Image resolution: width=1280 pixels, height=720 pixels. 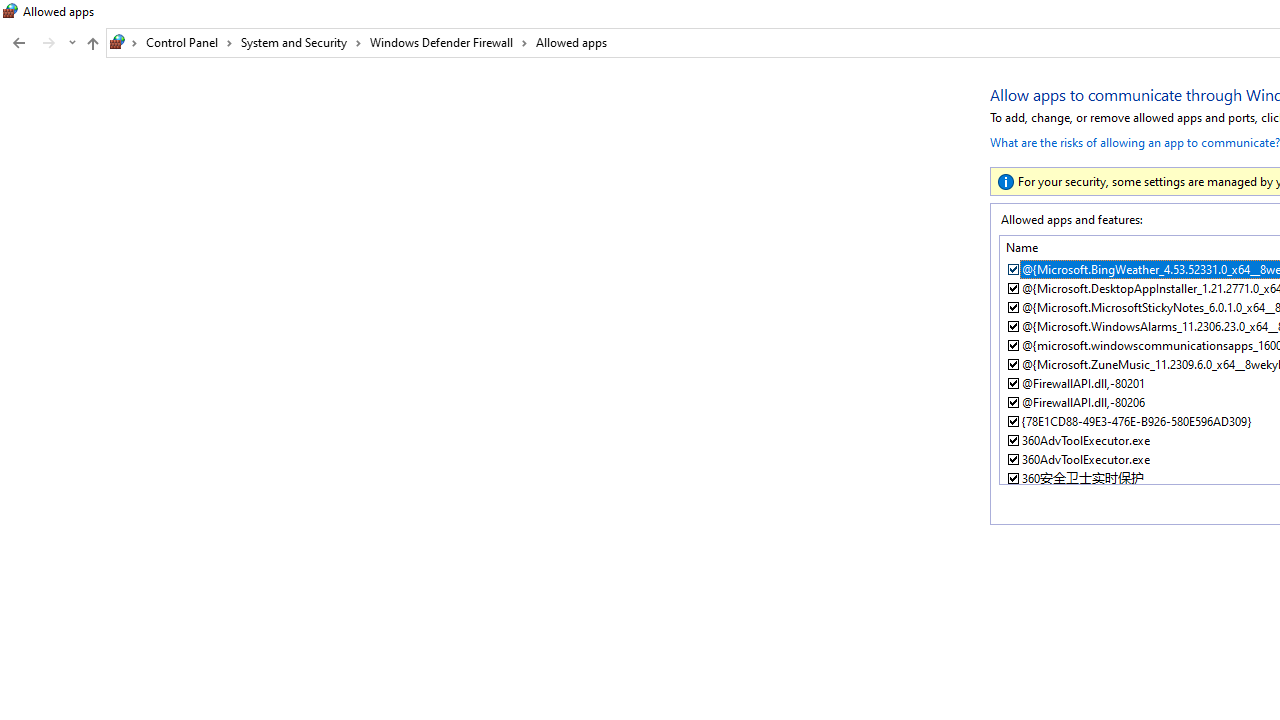 I want to click on 'All locations', so click(x=123, y=42).